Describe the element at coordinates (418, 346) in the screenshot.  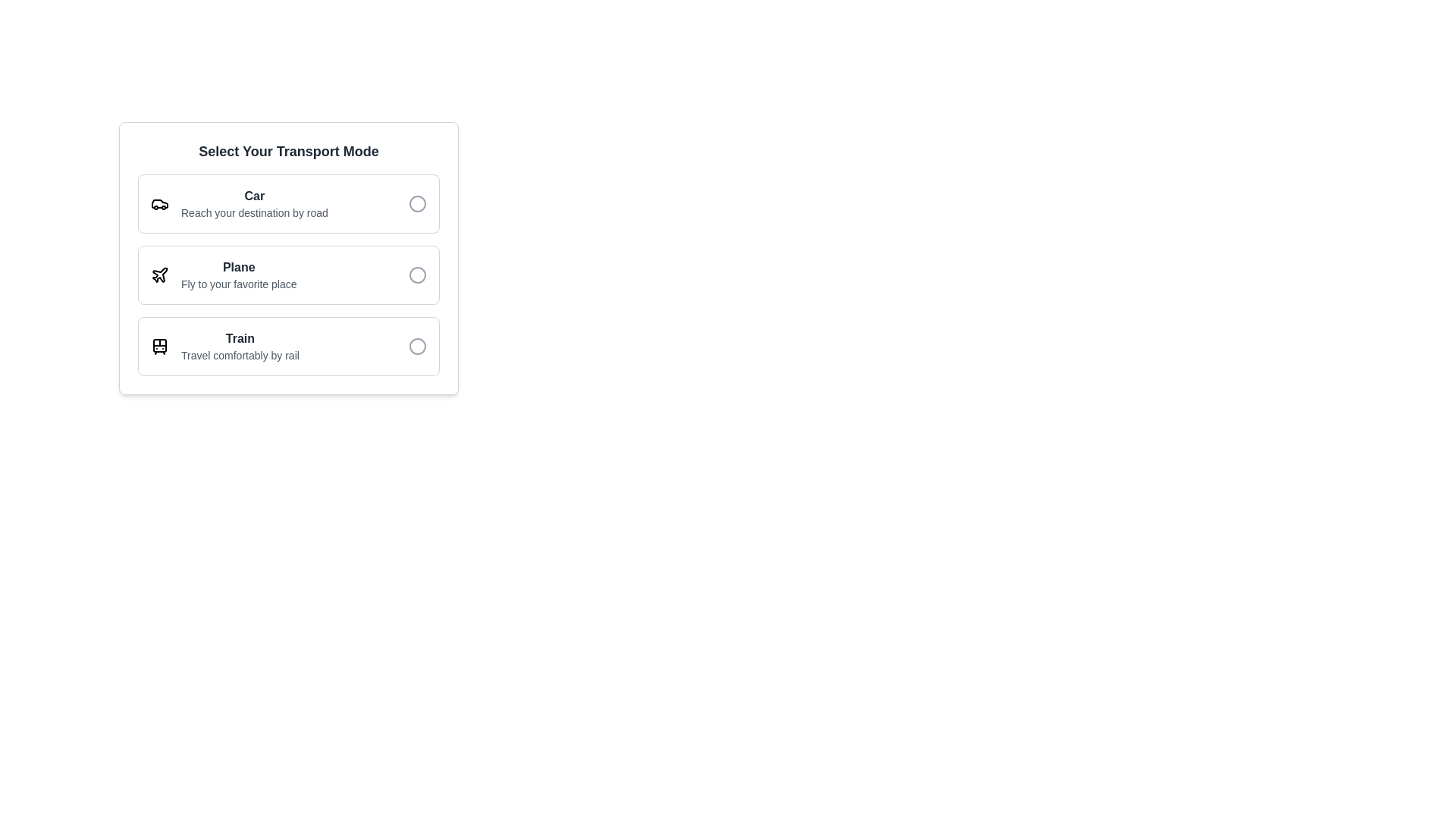
I see `the circular SVG graphic element styled with a thin border, located beneath the 'Train' option in the selection interface` at that location.